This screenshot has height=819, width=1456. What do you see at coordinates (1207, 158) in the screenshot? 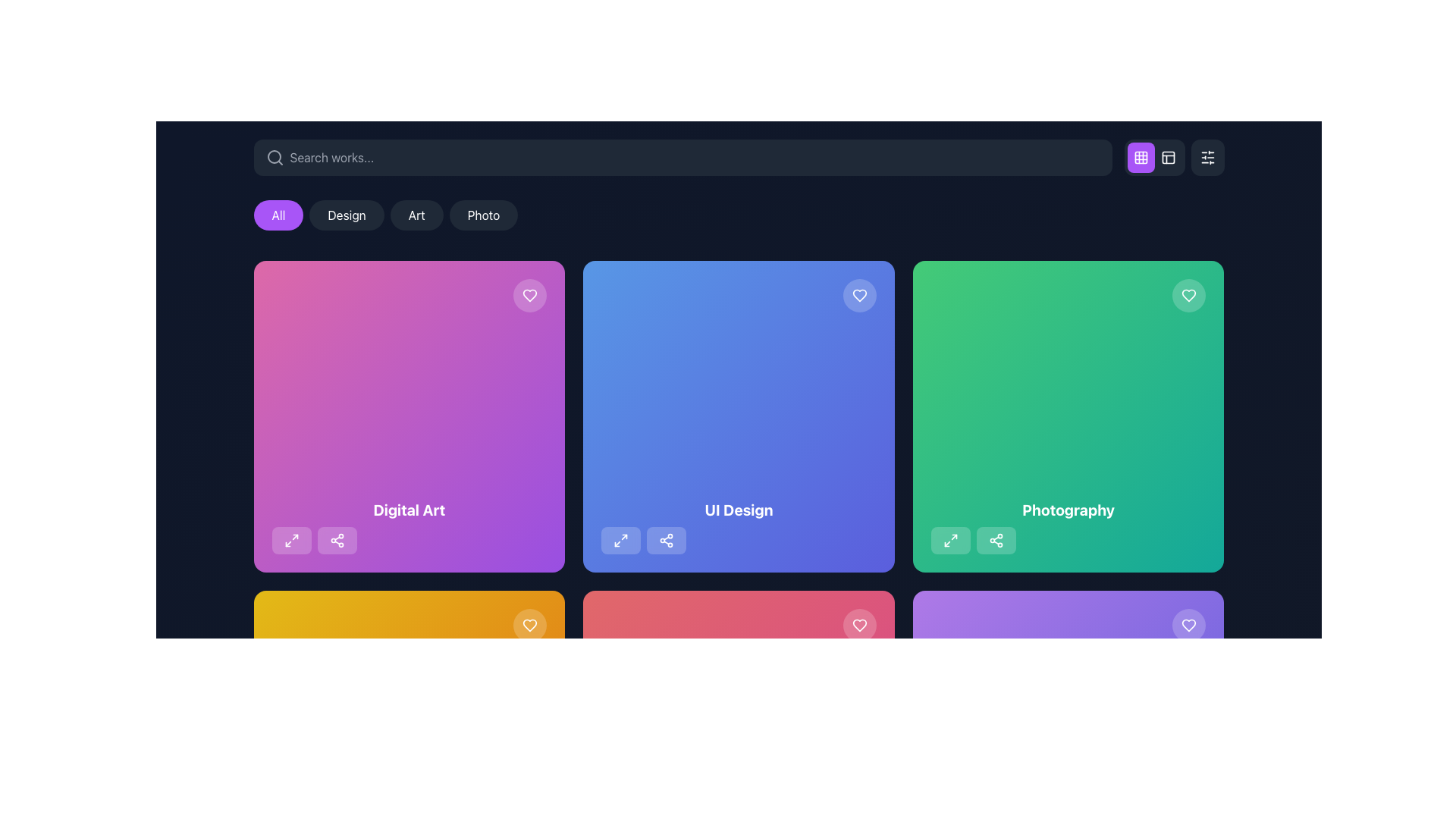
I see `the dark gray rectangular button with rounded corners and a white sliders icon in the top-right corner of the interface` at bounding box center [1207, 158].